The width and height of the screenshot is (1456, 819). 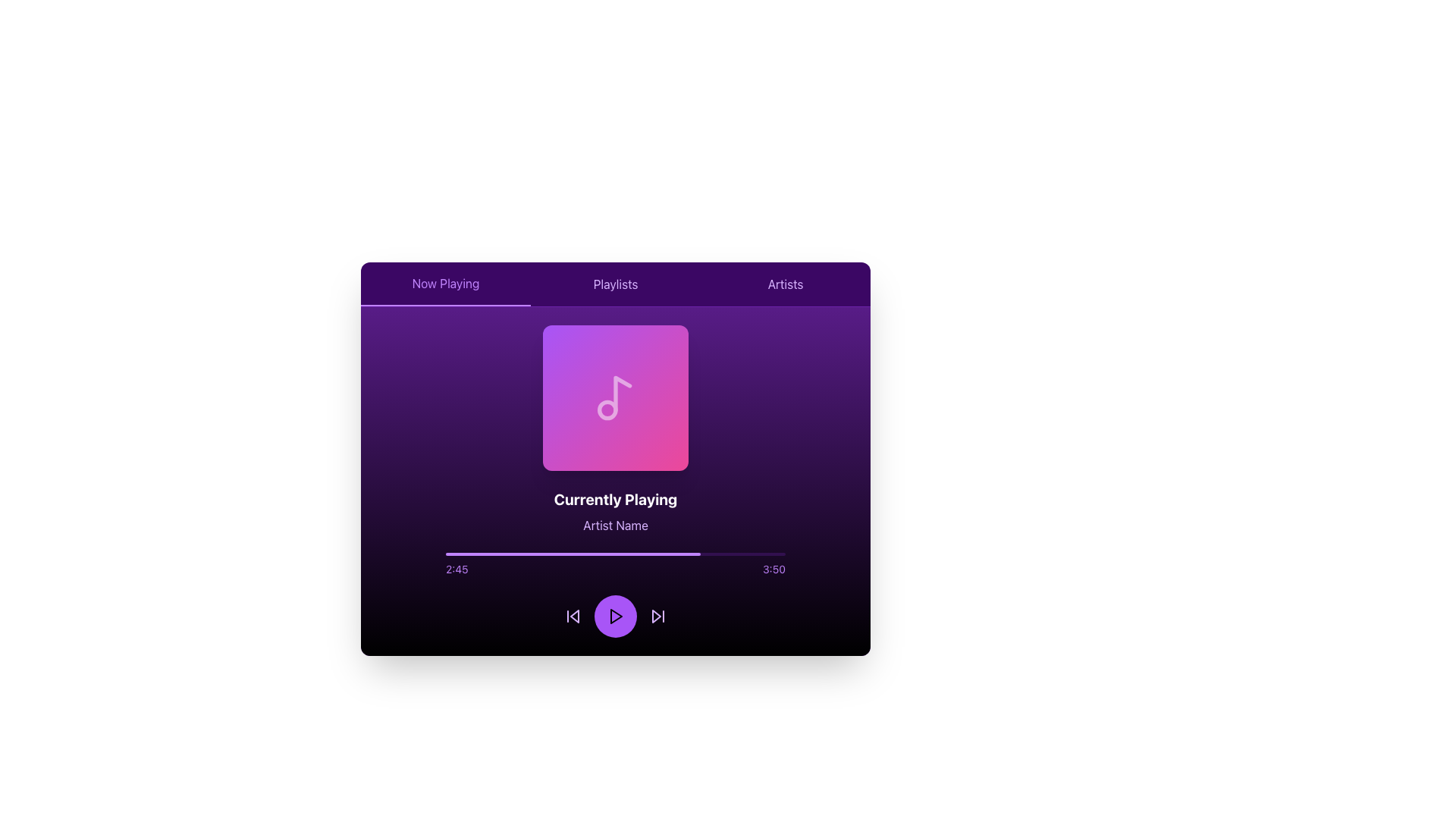 What do you see at coordinates (672, 554) in the screenshot?
I see `the media playback position` at bounding box center [672, 554].